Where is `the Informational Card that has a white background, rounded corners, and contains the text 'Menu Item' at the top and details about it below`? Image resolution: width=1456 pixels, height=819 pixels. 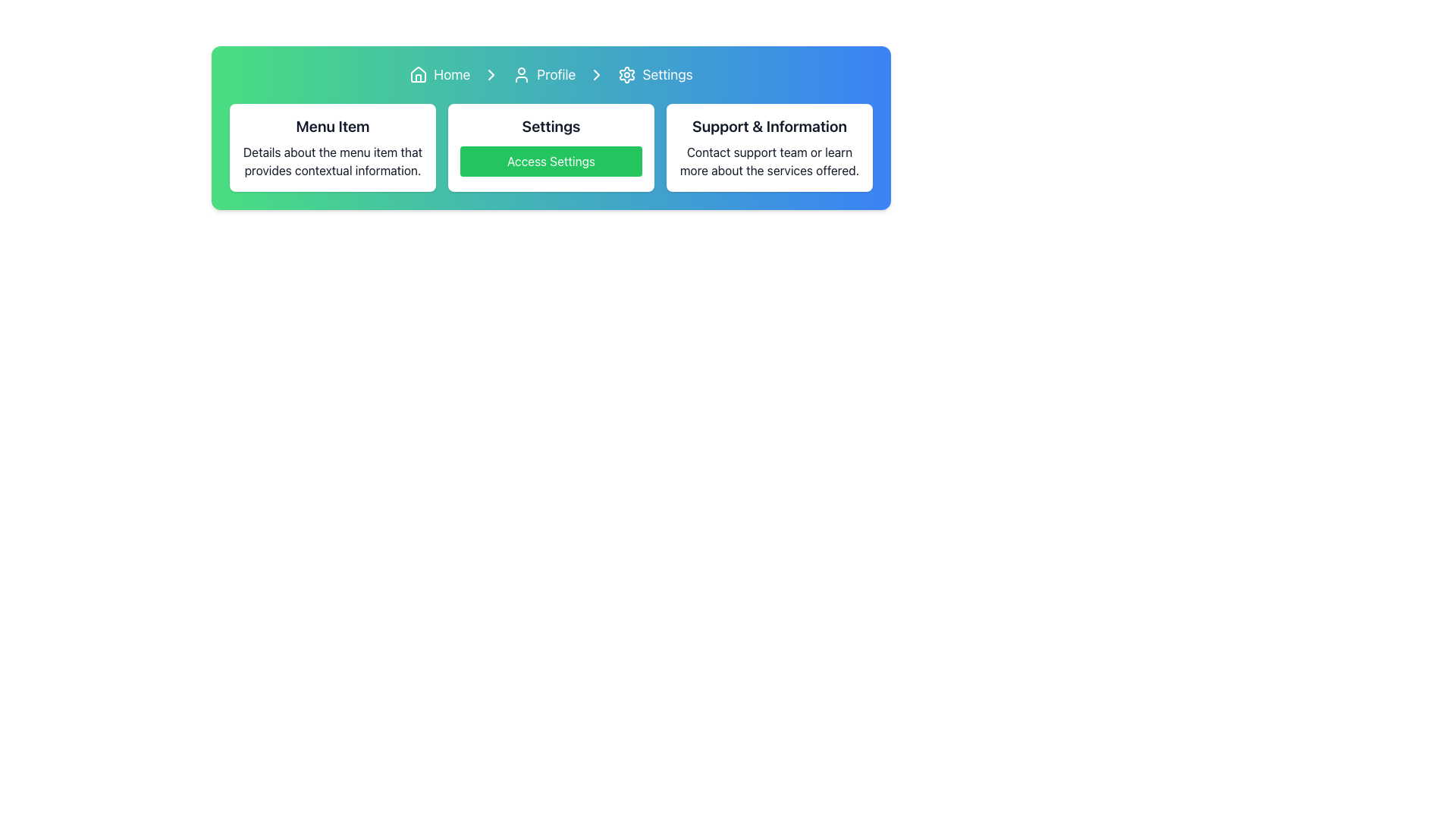
the Informational Card that has a white background, rounded corners, and contains the text 'Menu Item' at the top and details about it below is located at coordinates (331, 148).